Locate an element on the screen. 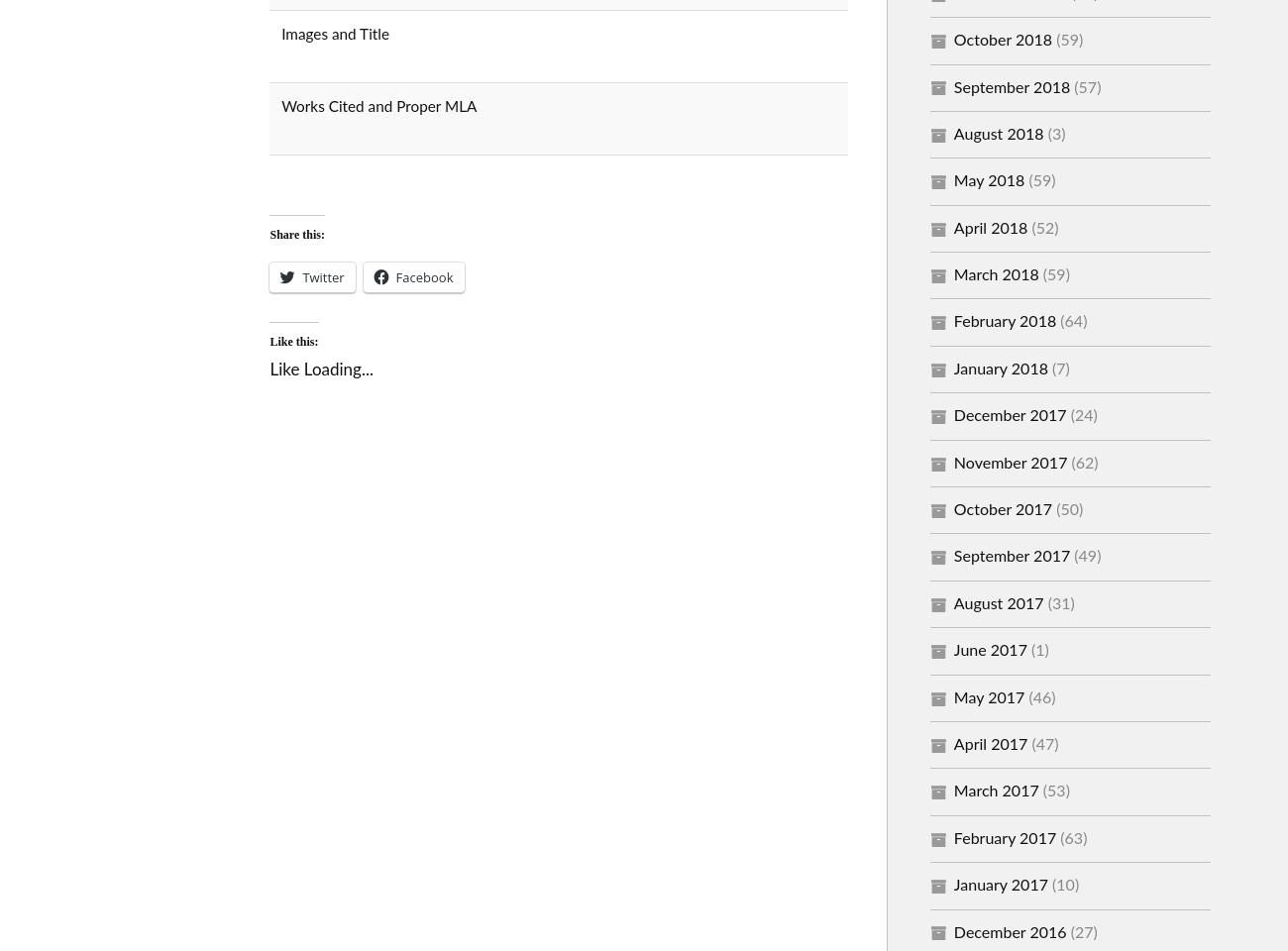 This screenshot has height=951, width=1288. 'August 2018' is located at coordinates (997, 132).